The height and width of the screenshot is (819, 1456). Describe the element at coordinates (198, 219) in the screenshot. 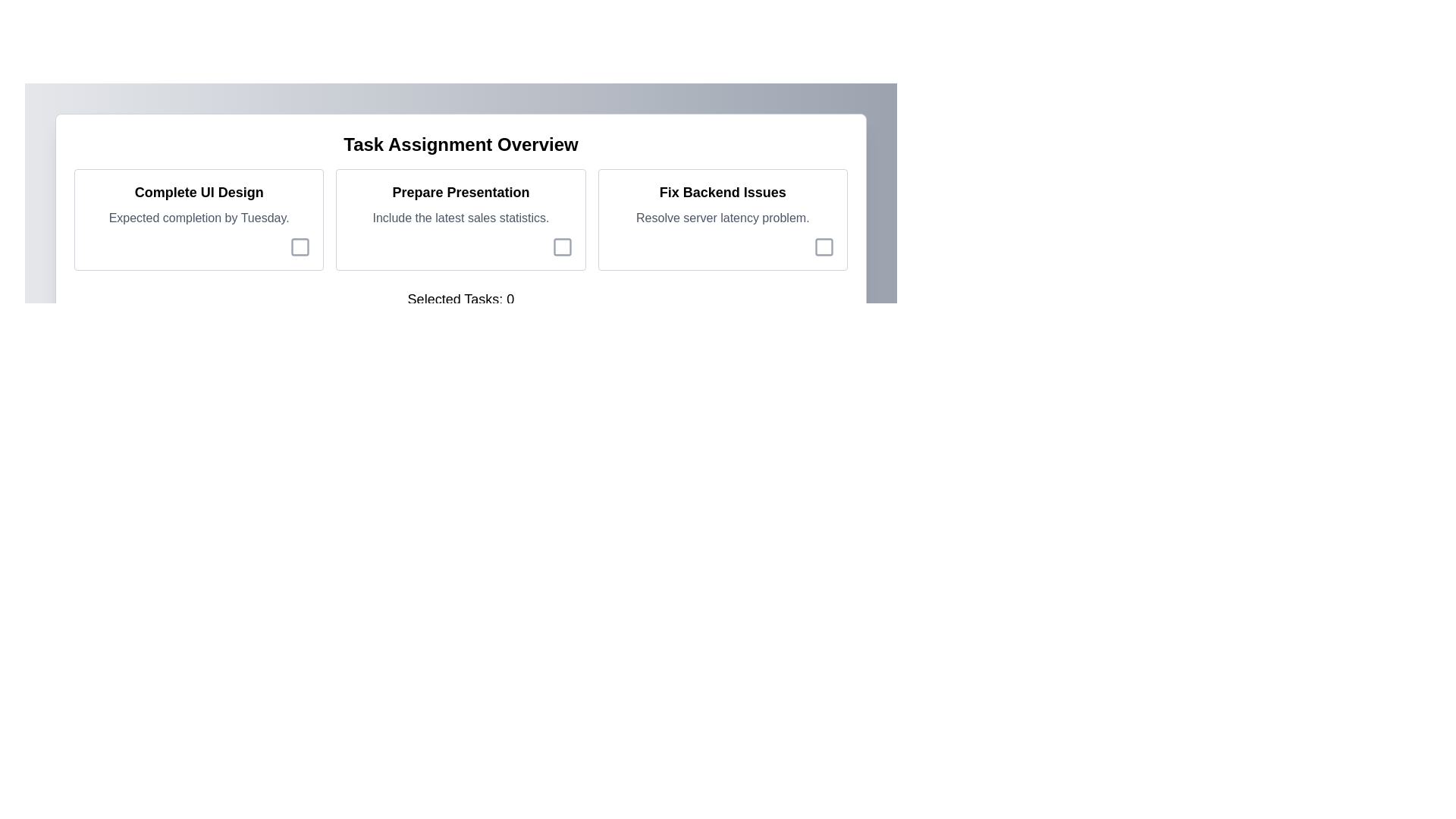

I see `the task card labeled 'Complete UI Design'` at that location.